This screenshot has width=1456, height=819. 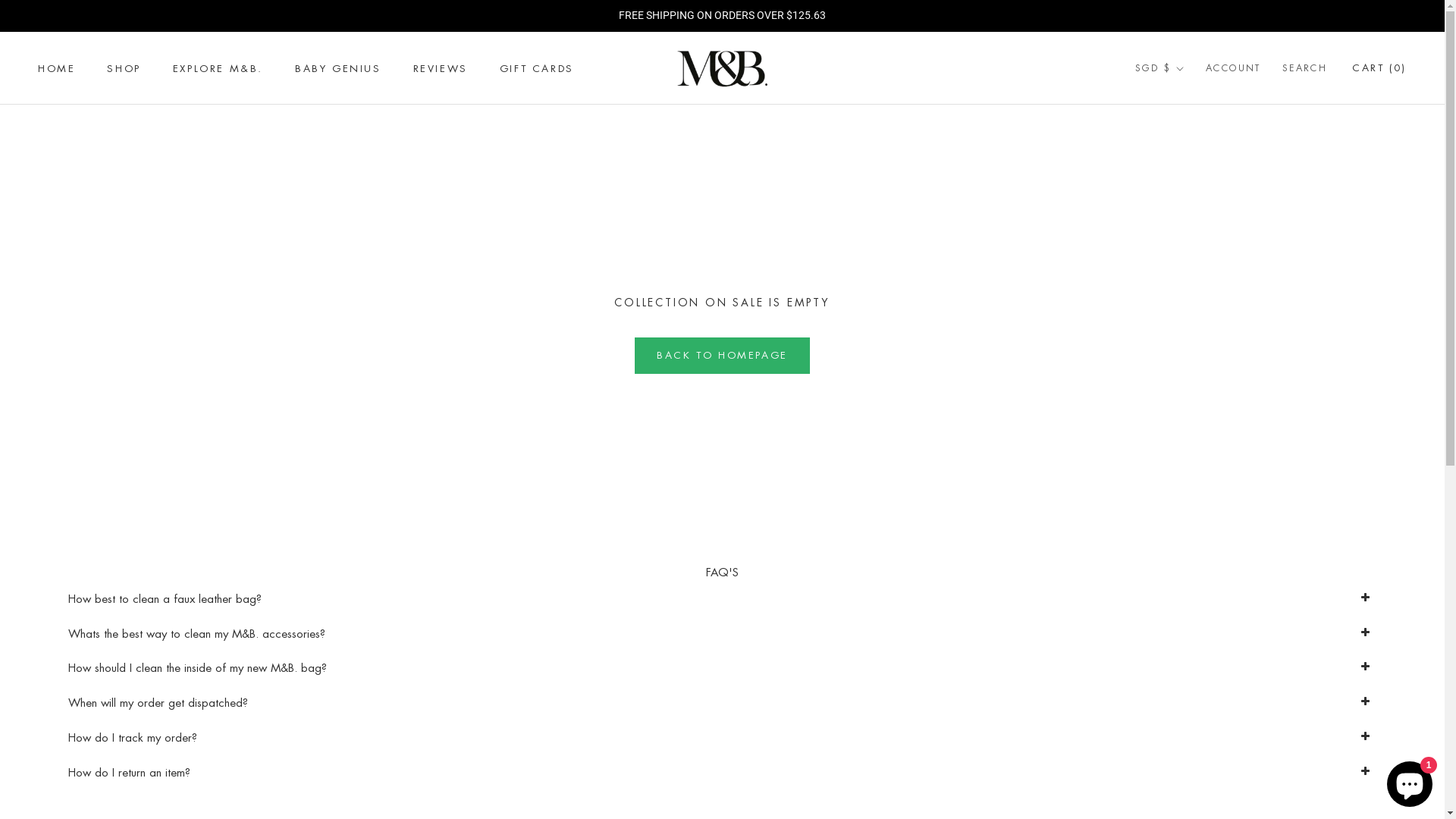 I want to click on 'CART (0)', so click(x=1379, y=67).